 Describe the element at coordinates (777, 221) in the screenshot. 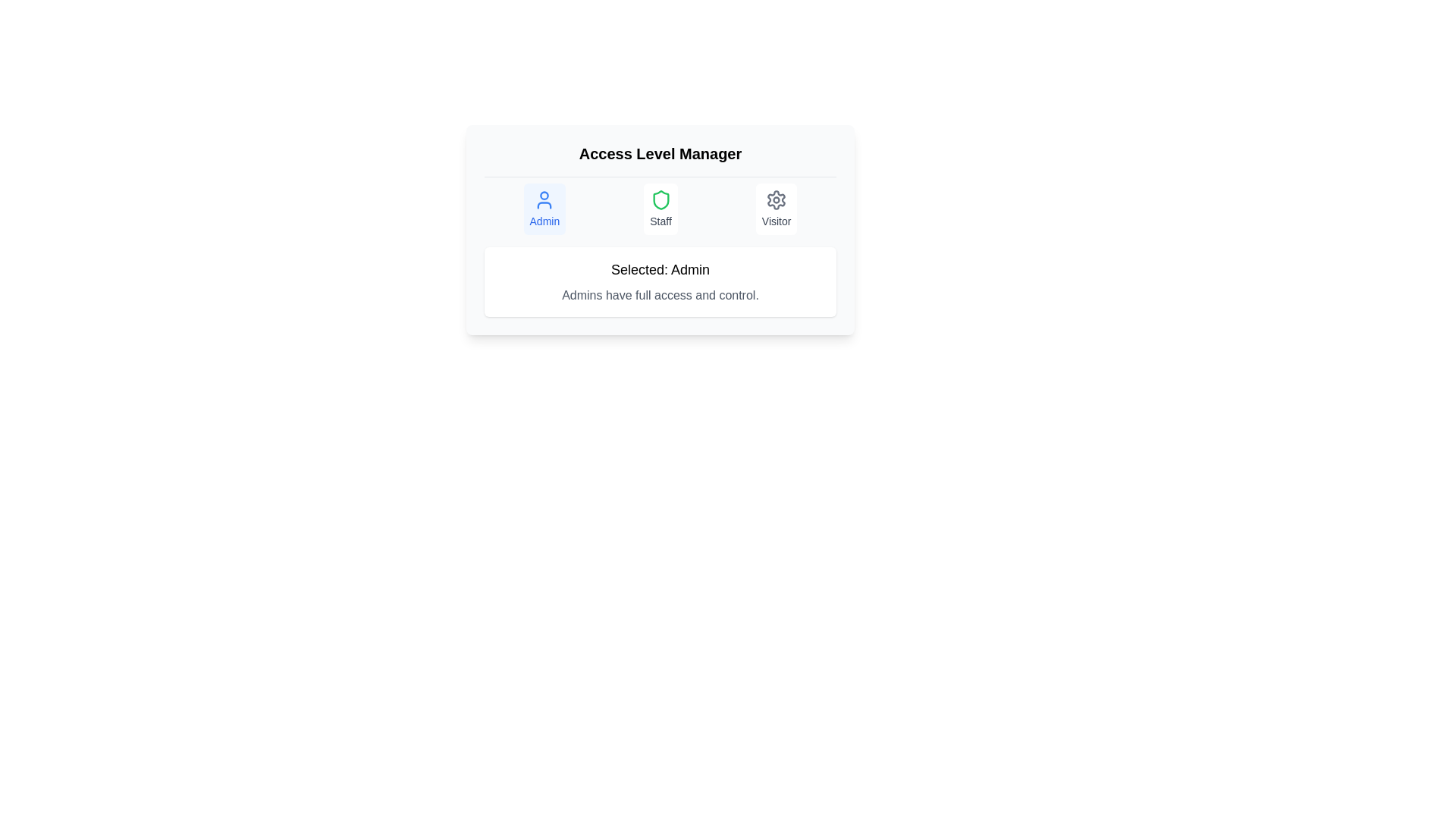

I see `the text label that describes the selectable option represented by the cogwheel icon above it, which is part of the 'Access Level Manager' interface and is positioned below the cogwheel icon` at that location.